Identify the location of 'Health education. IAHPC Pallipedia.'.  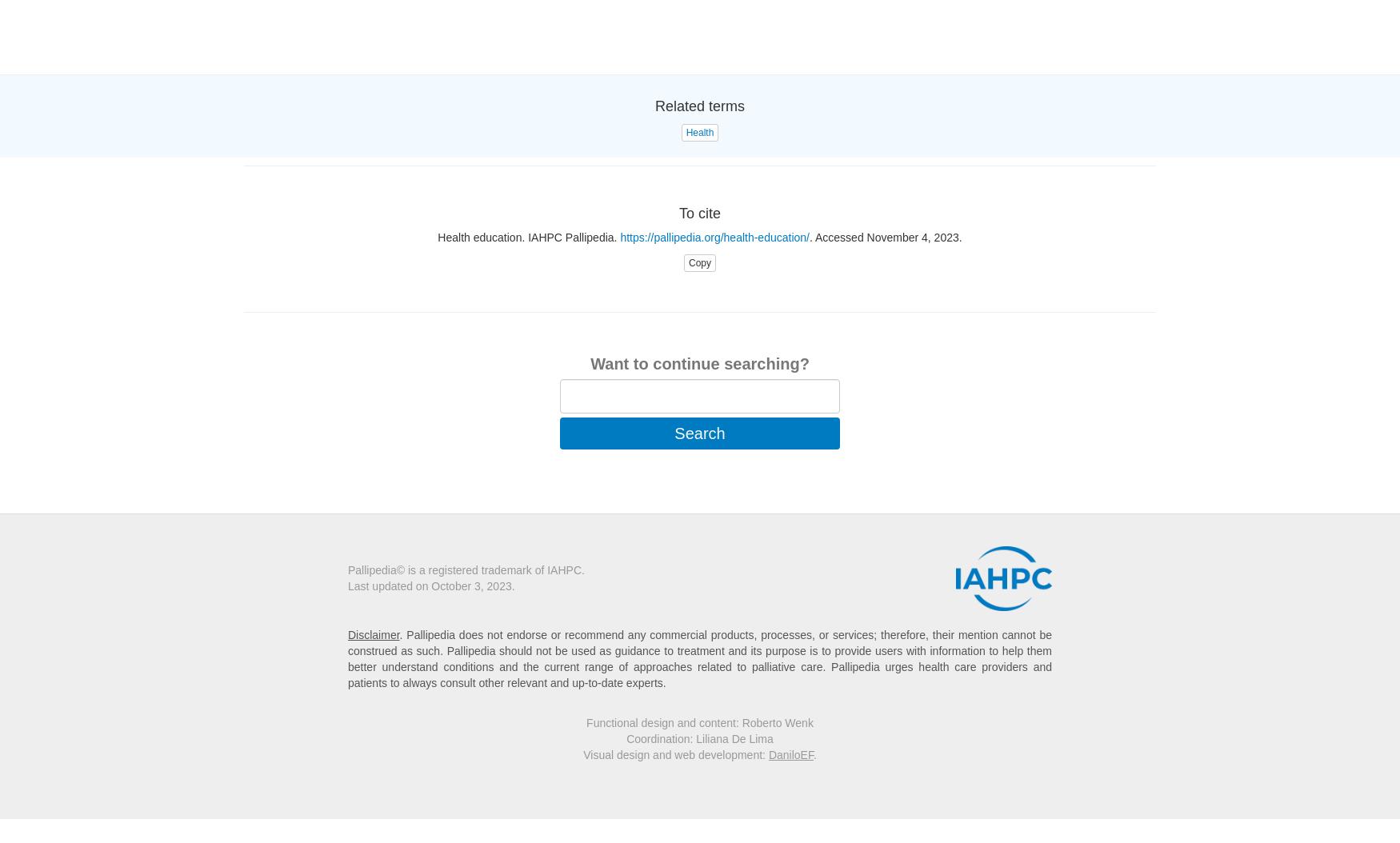
(527, 237).